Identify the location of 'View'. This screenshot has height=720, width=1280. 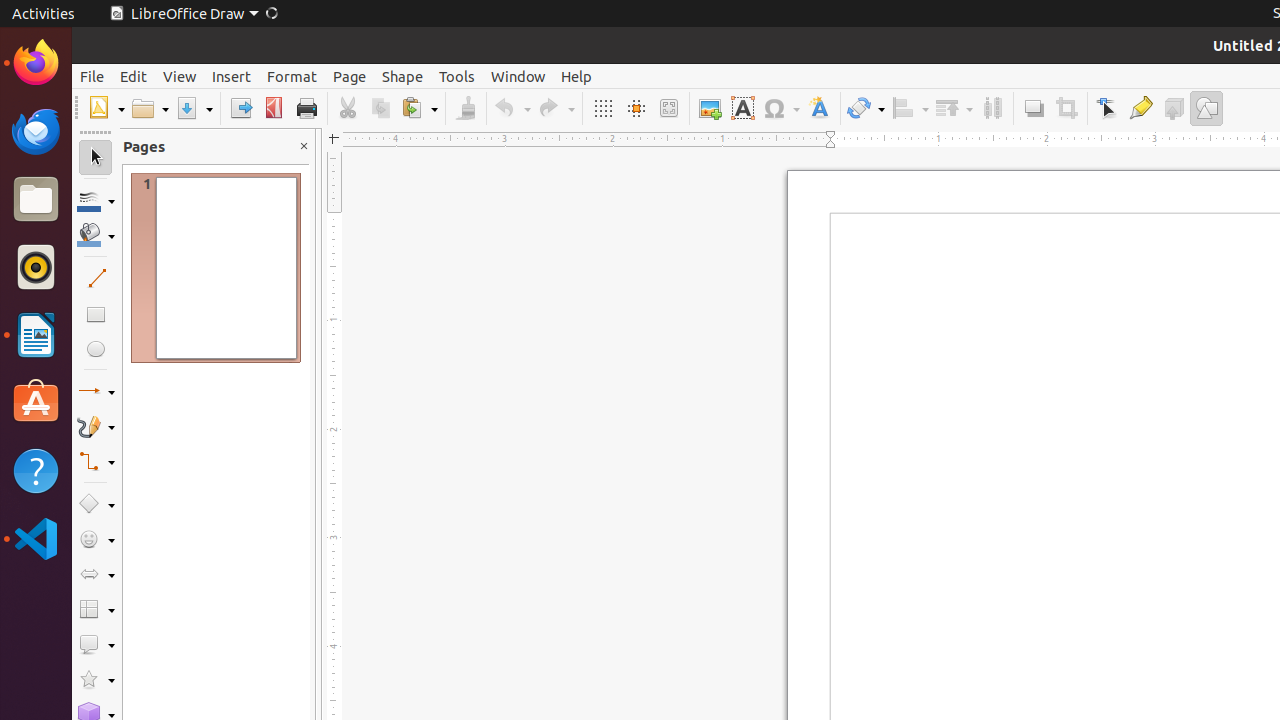
(179, 75).